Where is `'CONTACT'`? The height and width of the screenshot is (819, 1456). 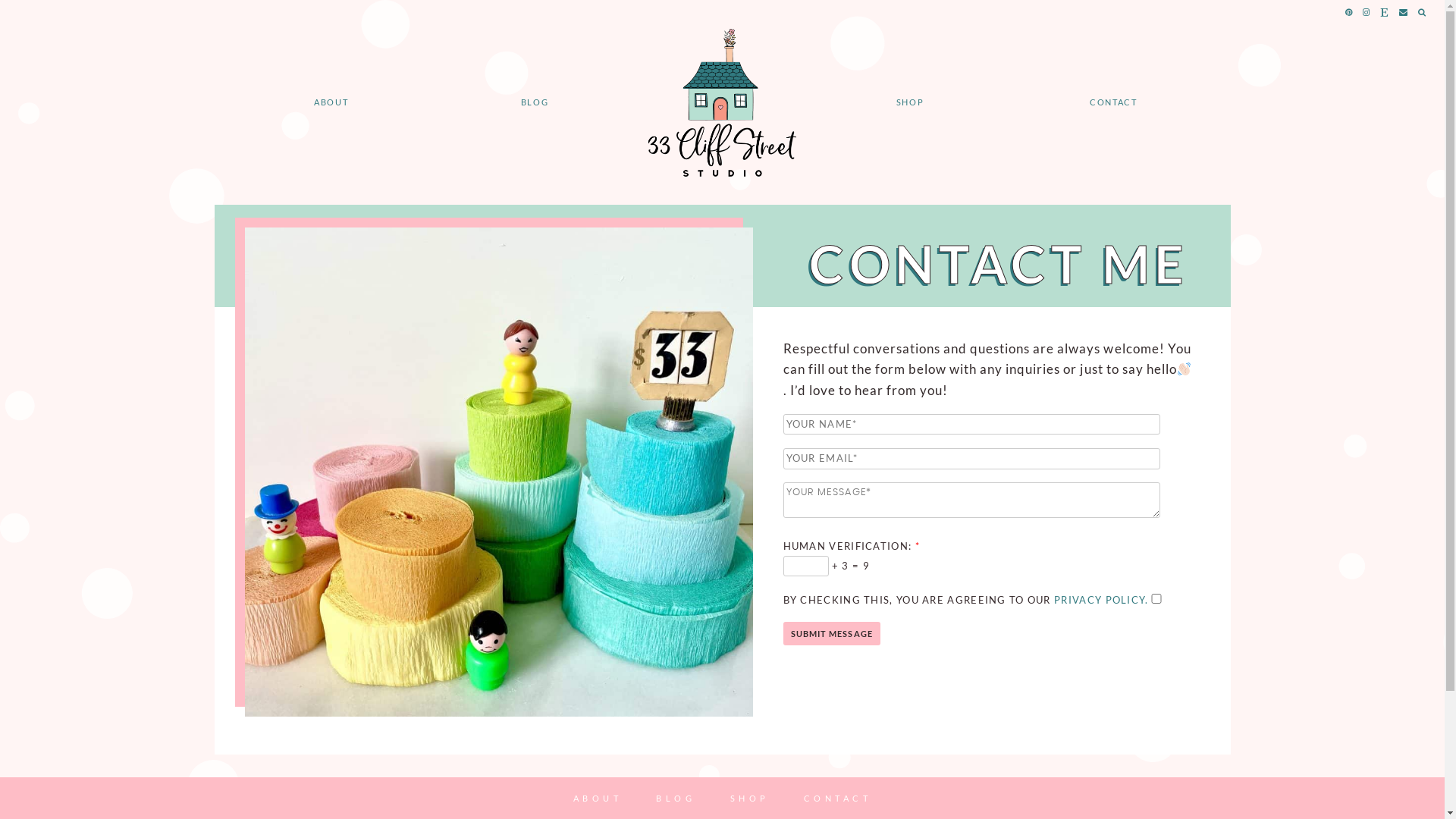
'CONTACT' is located at coordinates (836, 797).